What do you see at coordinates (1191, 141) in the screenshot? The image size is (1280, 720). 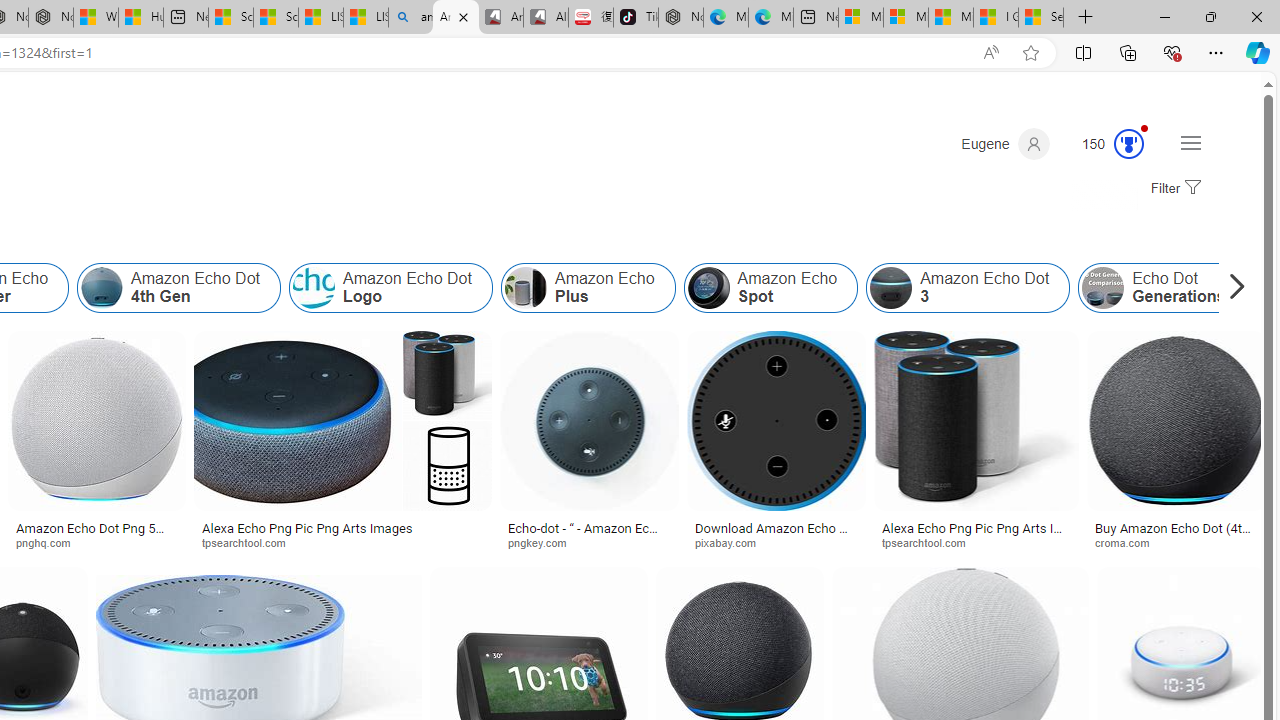 I see `'Settings and quick links'` at bounding box center [1191, 141].